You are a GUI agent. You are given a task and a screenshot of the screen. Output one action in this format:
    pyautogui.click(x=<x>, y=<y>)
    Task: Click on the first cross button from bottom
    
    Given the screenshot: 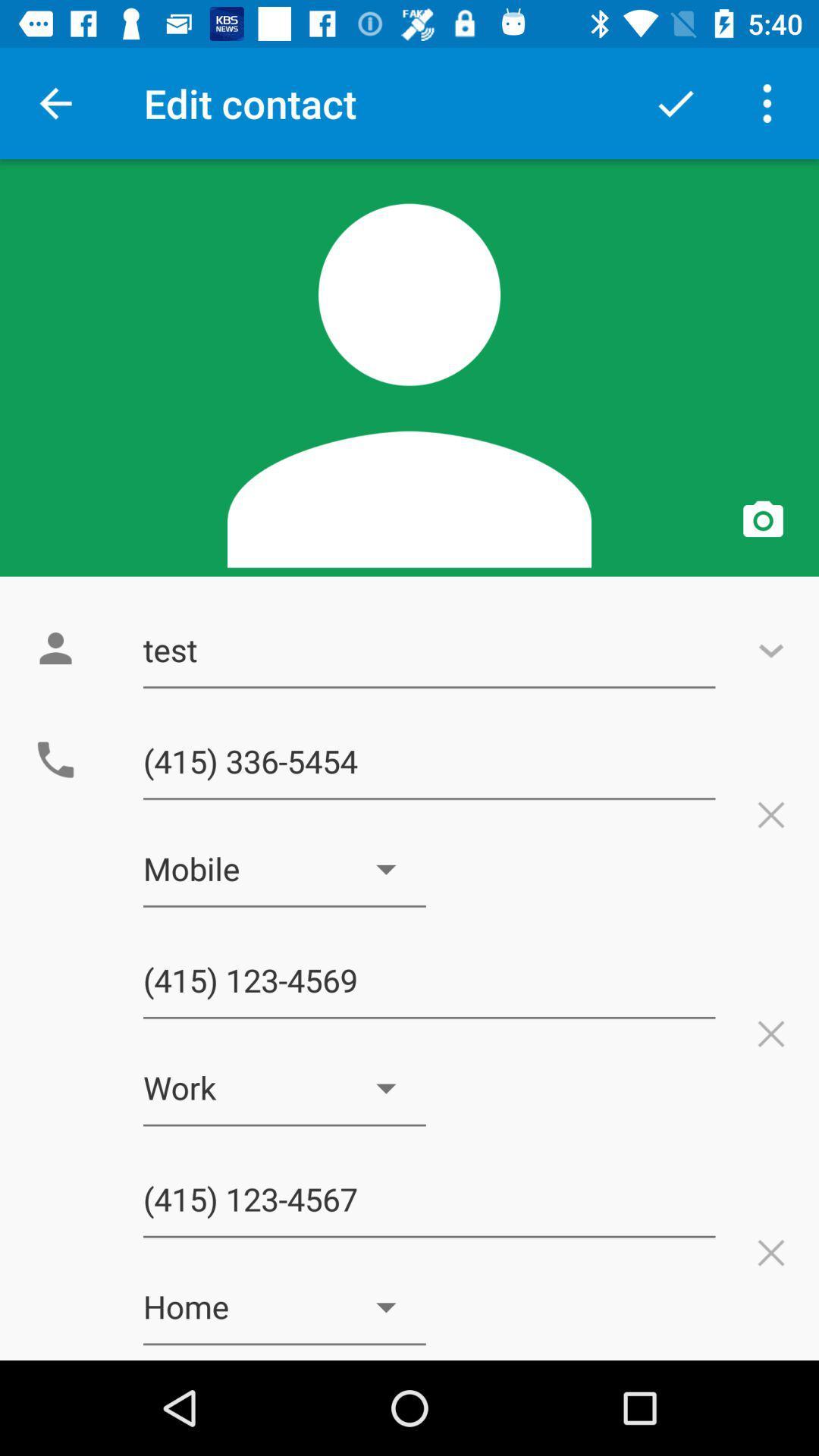 What is the action you would take?
    pyautogui.click(x=771, y=1252)
    